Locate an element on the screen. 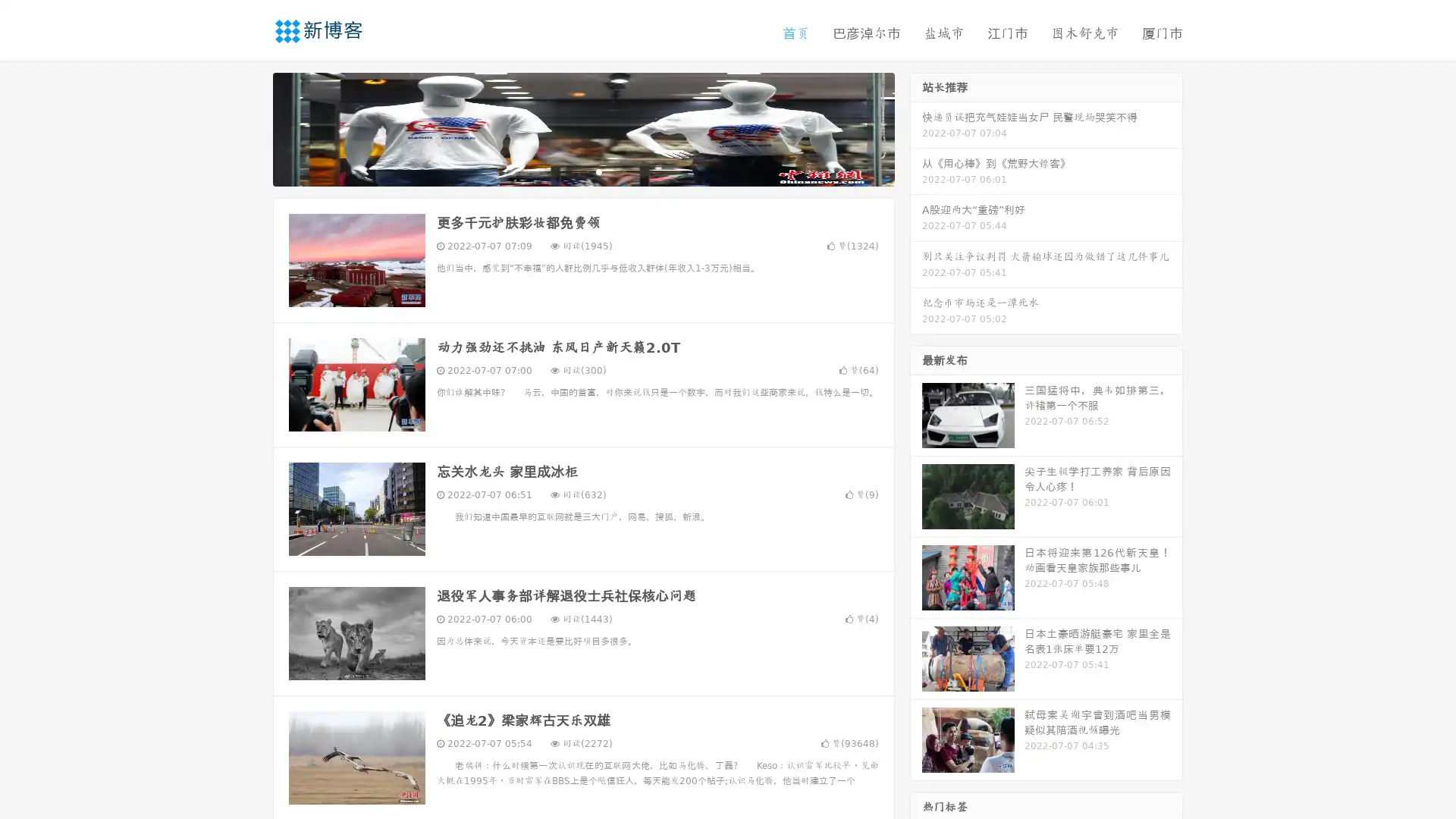 Image resolution: width=1456 pixels, height=819 pixels. Go to slide 3 is located at coordinates (598, 171).